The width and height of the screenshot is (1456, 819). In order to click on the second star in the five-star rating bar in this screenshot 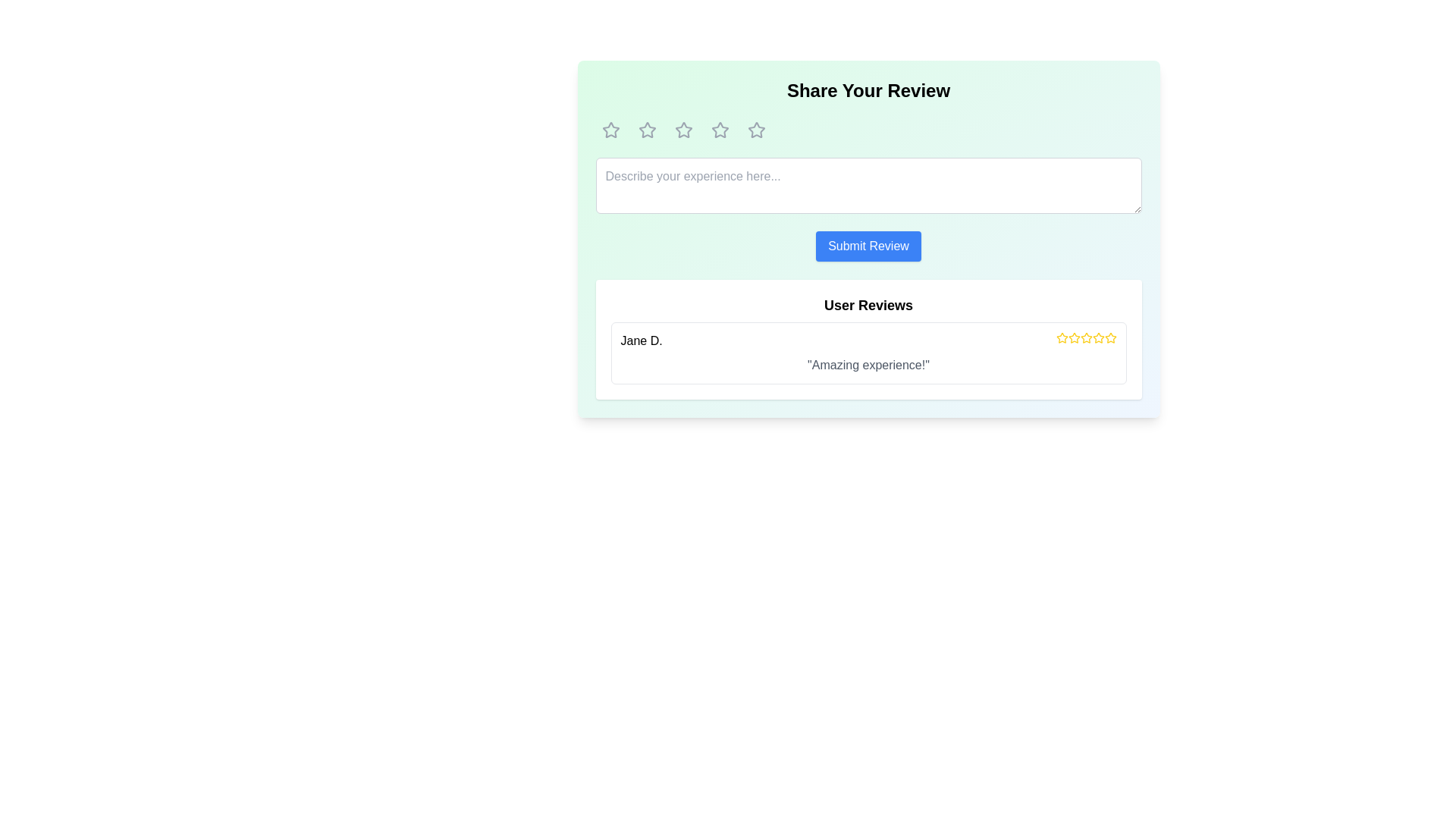, I will do `click(647, 130)`.